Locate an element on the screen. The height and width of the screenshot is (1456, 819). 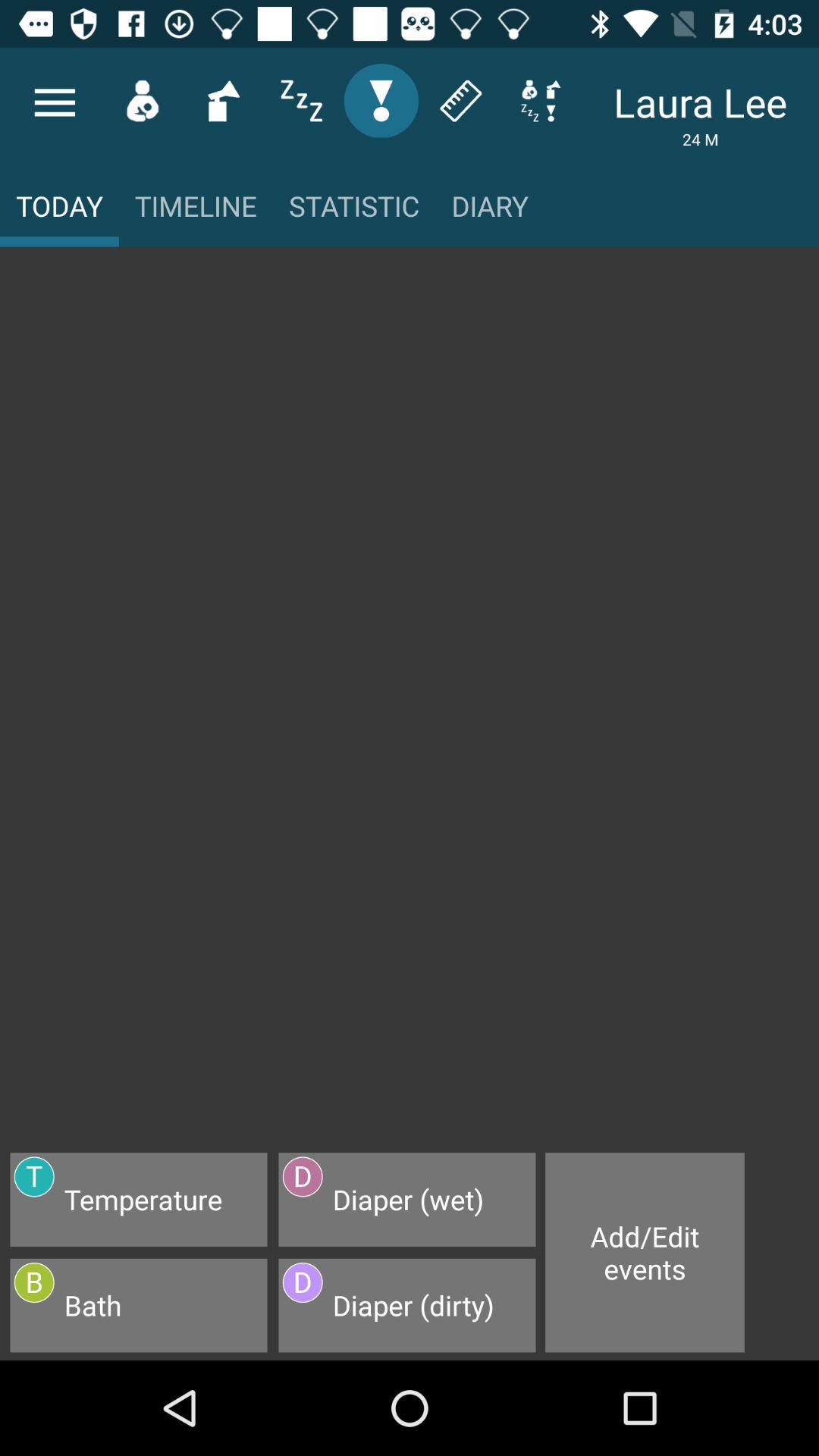
the icon above the temperature item is located at coordinates (409, 707).